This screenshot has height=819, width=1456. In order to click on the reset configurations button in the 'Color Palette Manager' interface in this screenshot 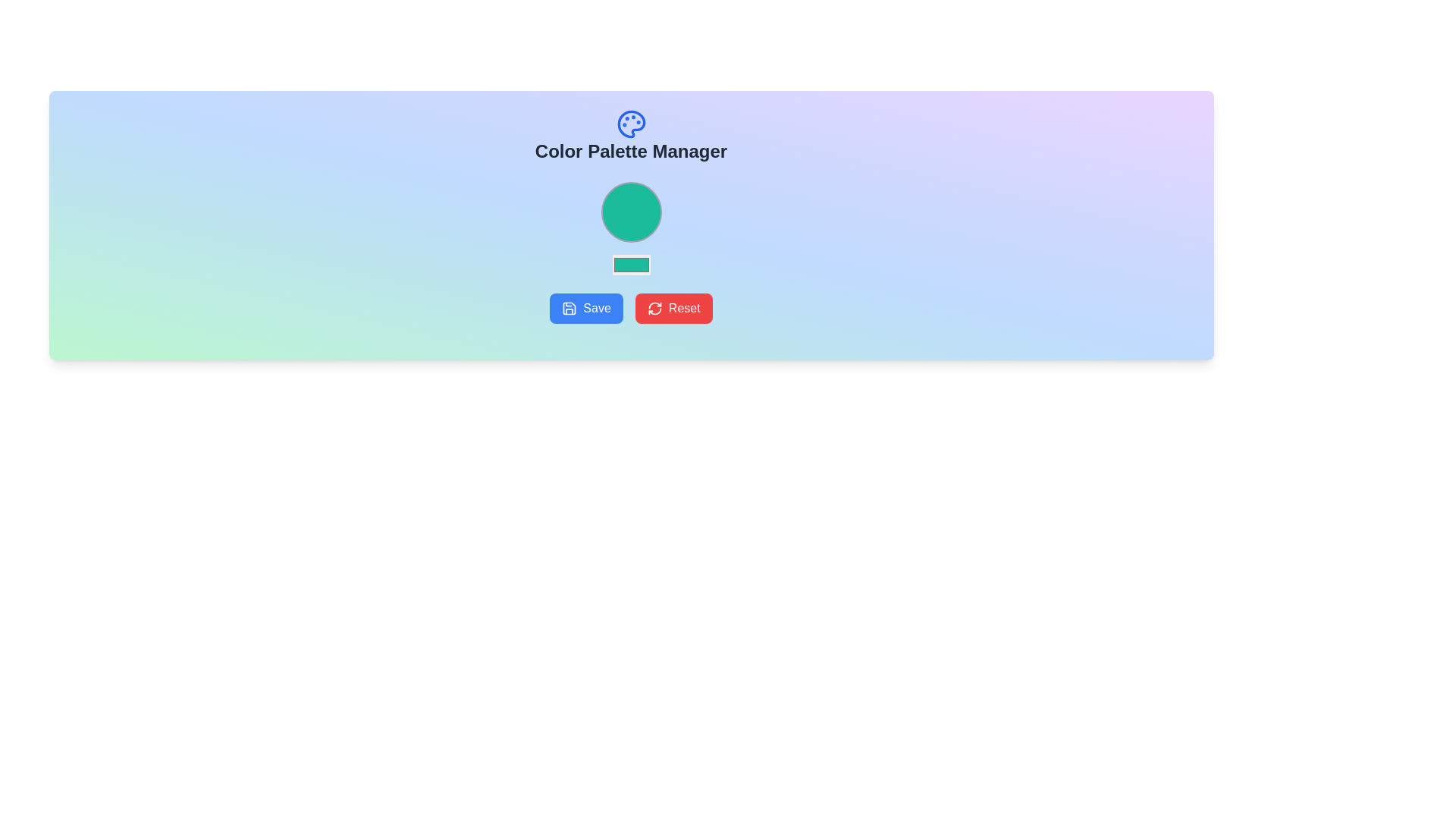, I will do `click(673, 308)`.